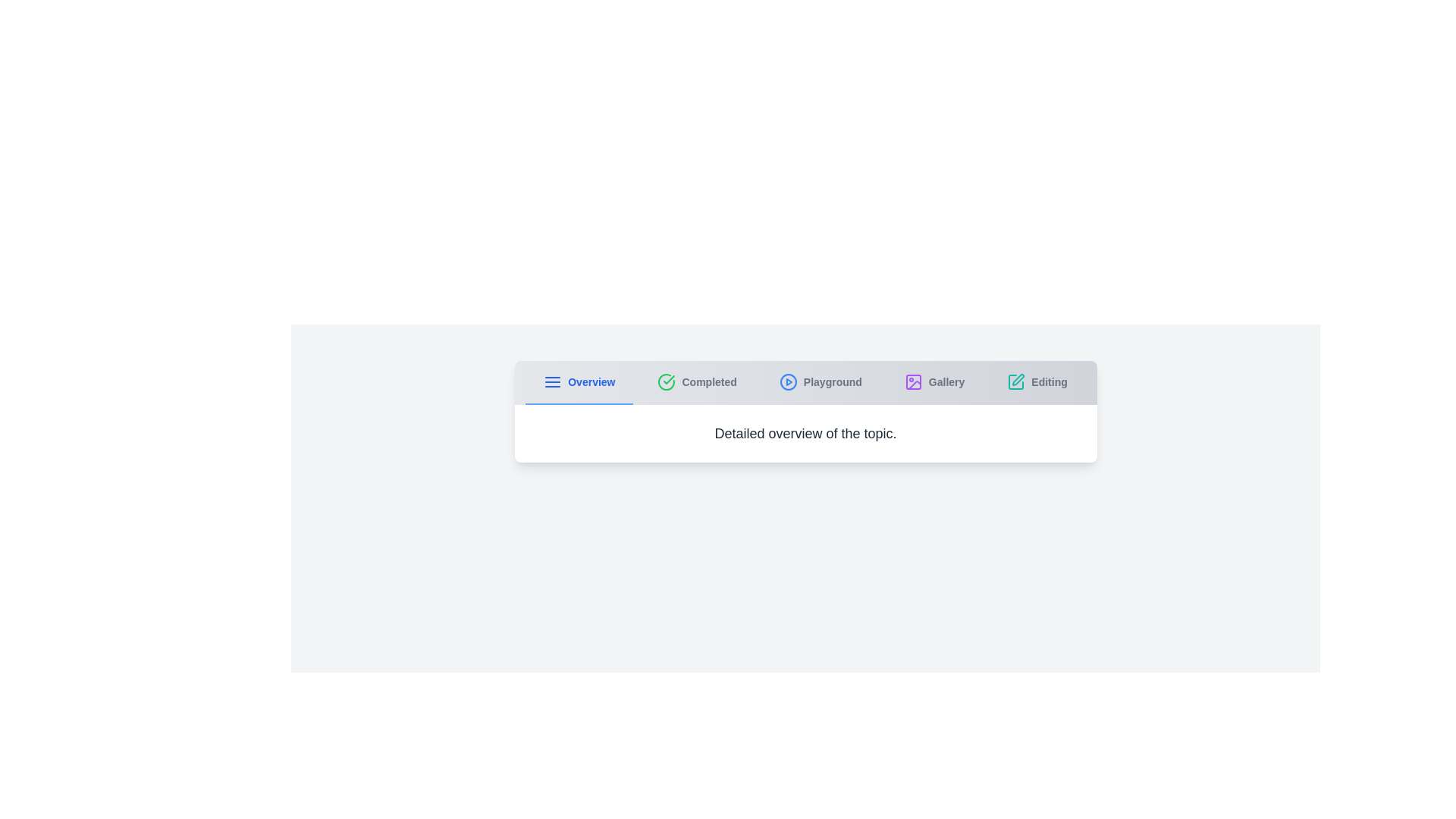  I want to click on the tab labeled 'Completed' to view its content, so click(696, 382).